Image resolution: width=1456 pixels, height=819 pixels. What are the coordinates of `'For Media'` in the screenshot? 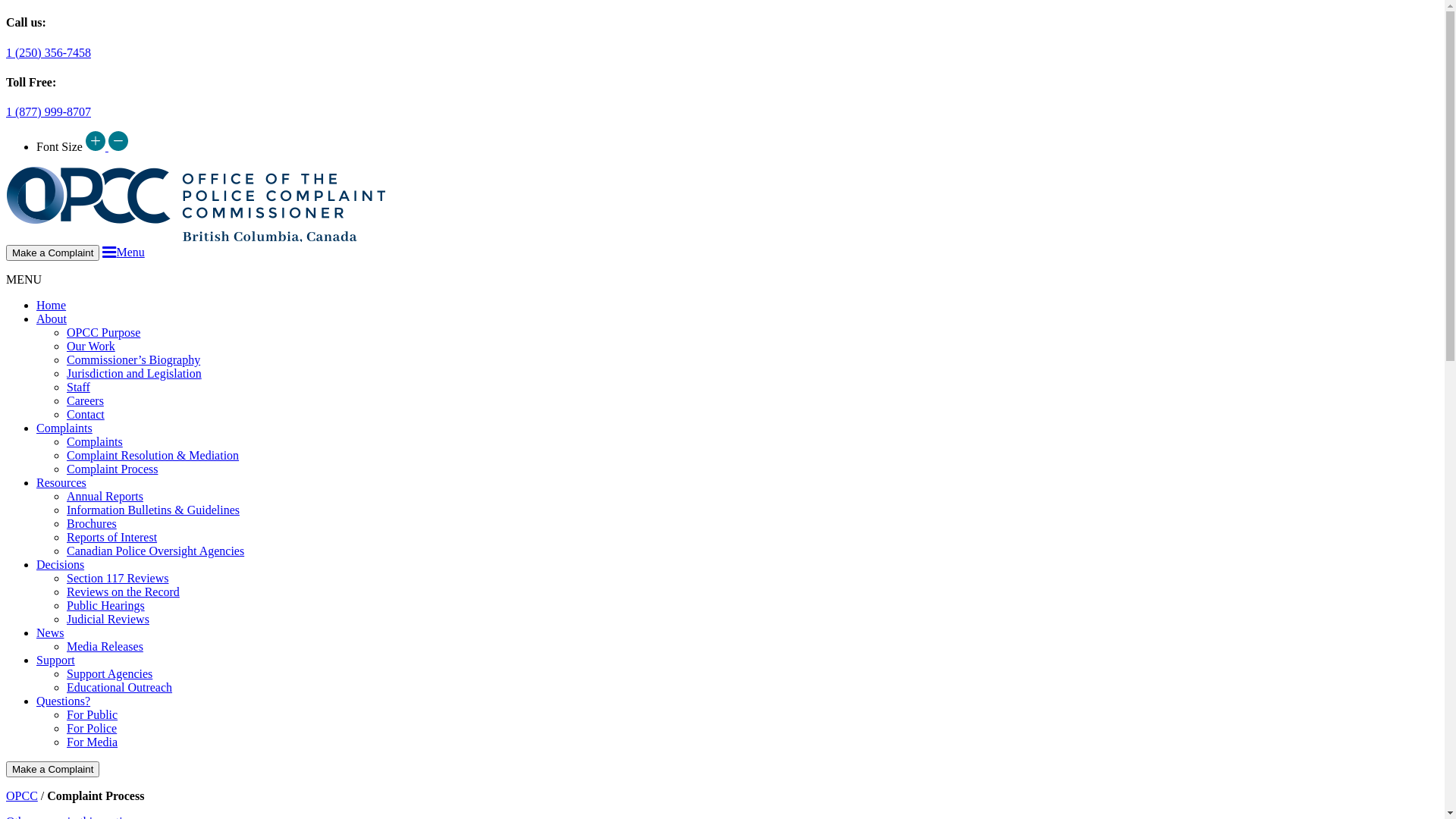 It's located at (91, 741).